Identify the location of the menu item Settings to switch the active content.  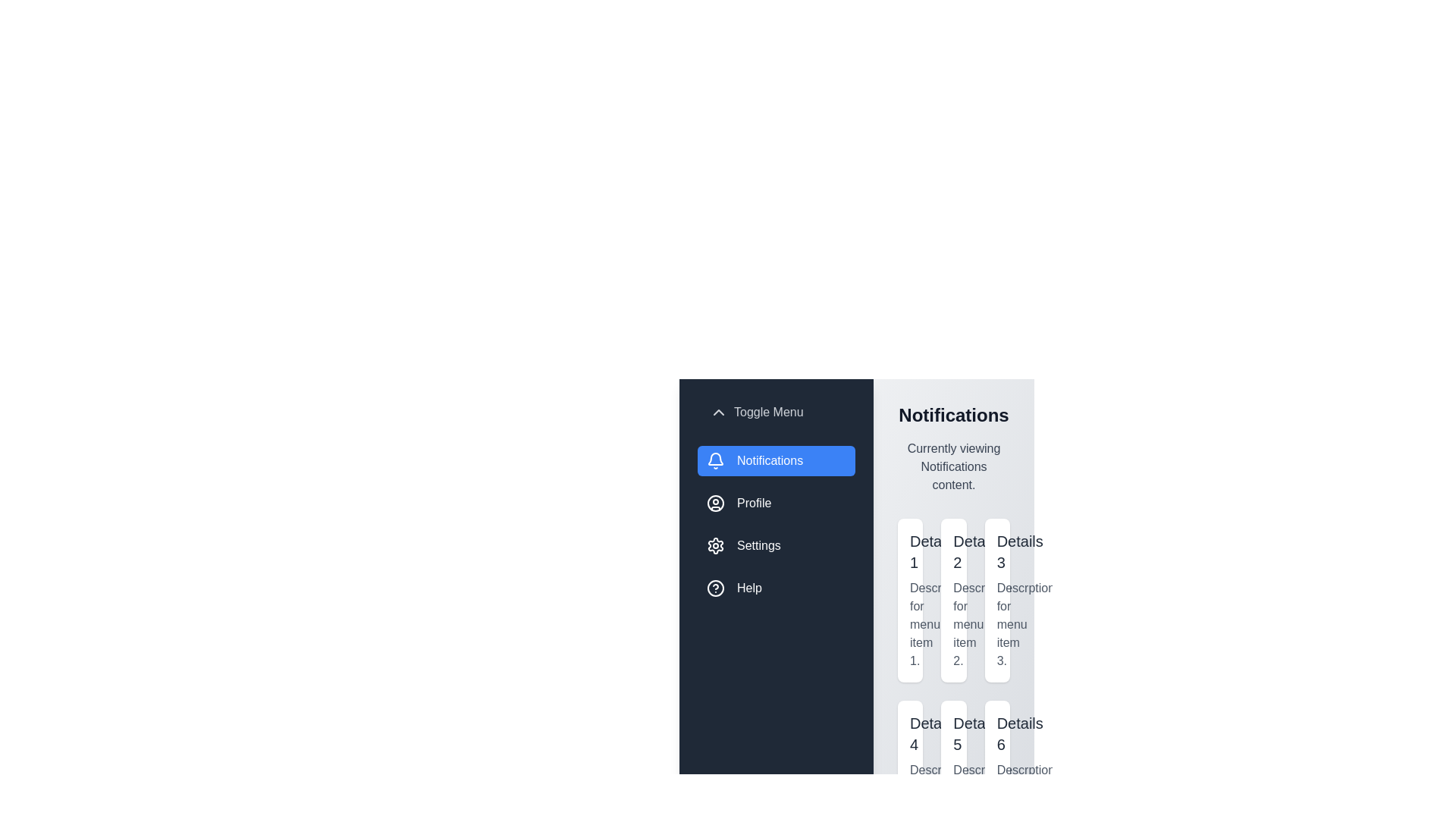
(776, 546).